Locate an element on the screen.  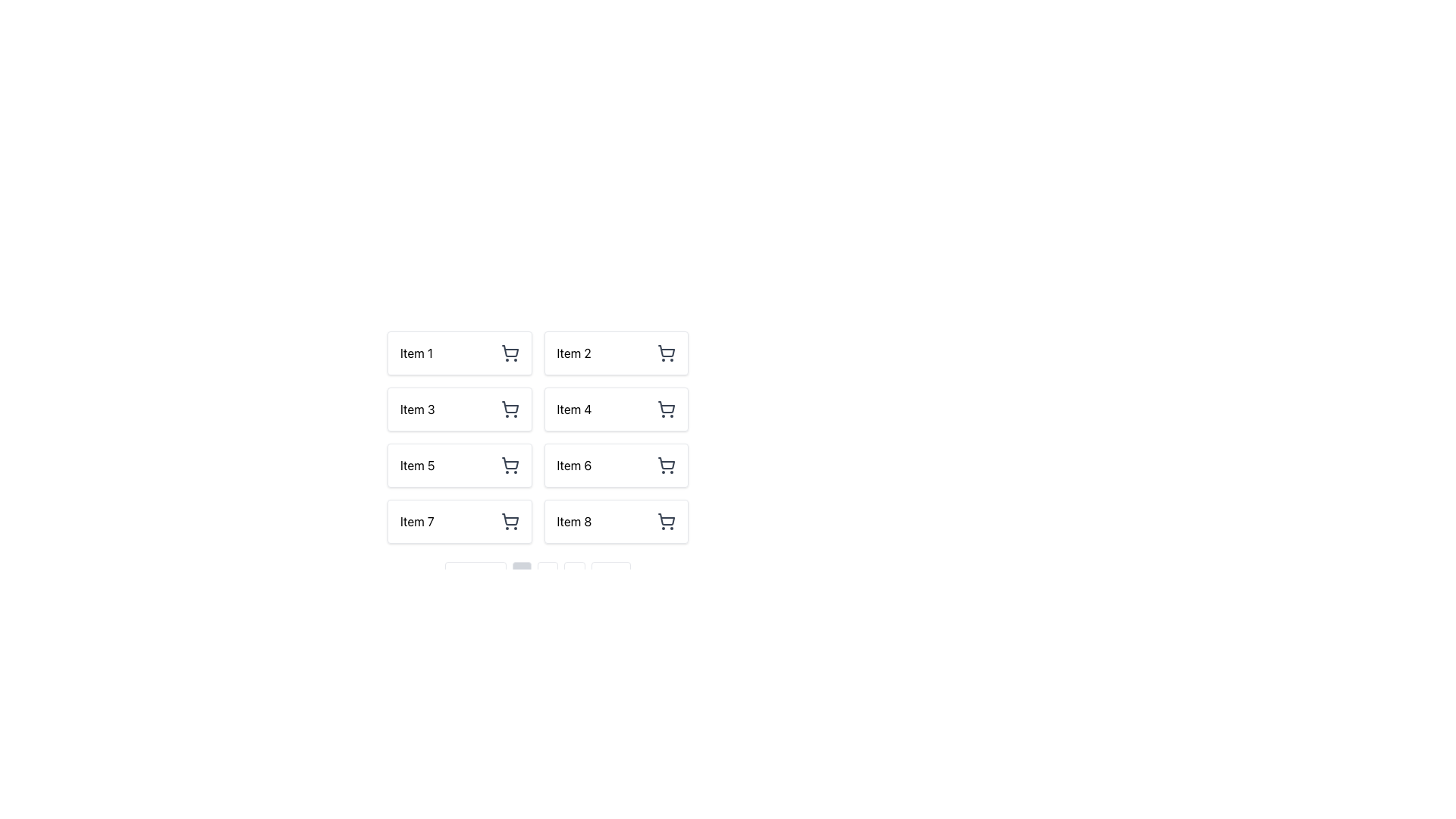
the shopping cart icon located to the right of the label 'Item 5' in the third row, left column of a two-column grid is located at coordinates (510, 464).